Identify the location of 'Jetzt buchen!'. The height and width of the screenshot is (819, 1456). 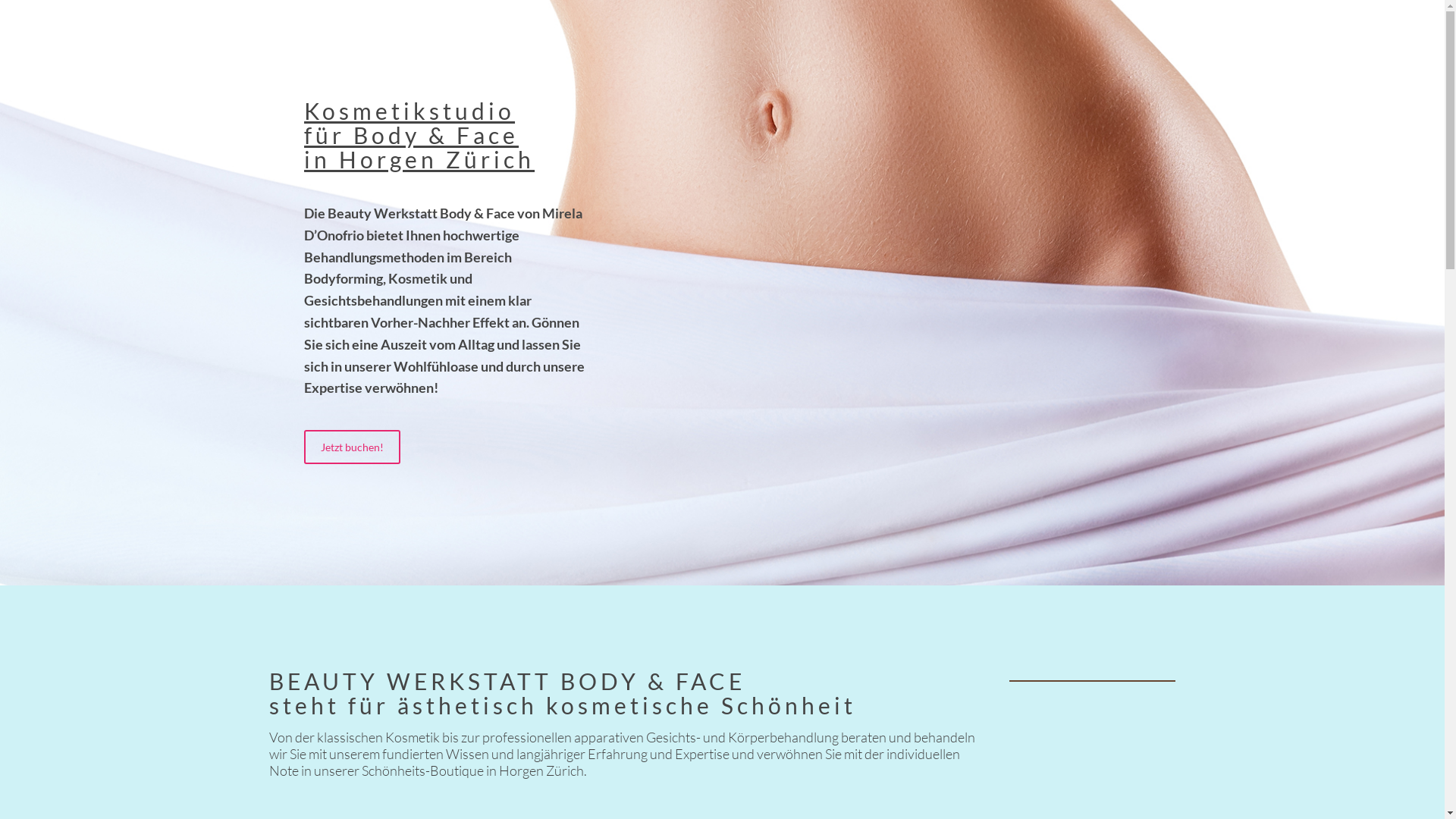
(303, 446).